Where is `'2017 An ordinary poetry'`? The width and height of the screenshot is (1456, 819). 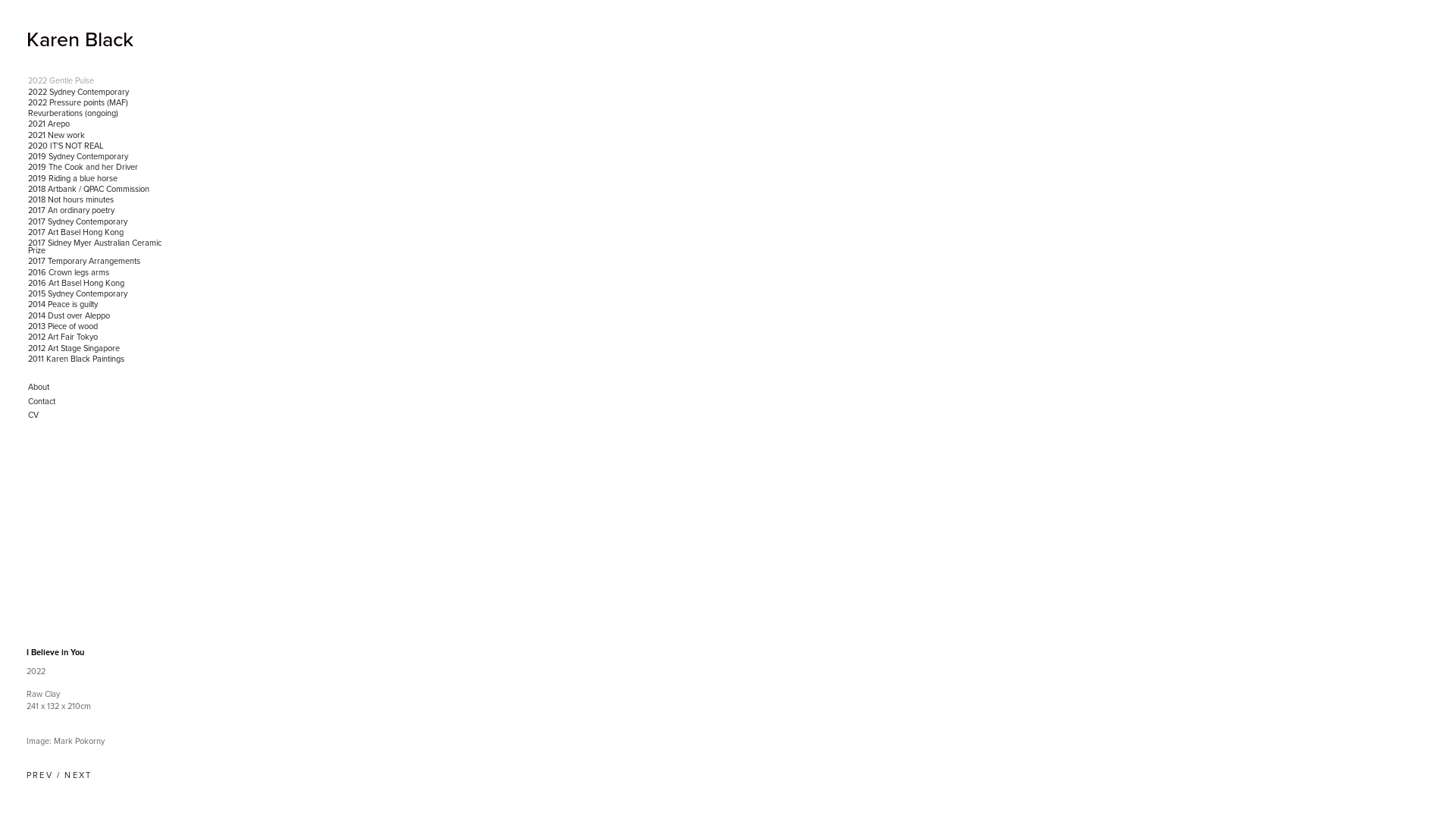
'2017 An ordinary poetry' is located at coordinates (97, 210).